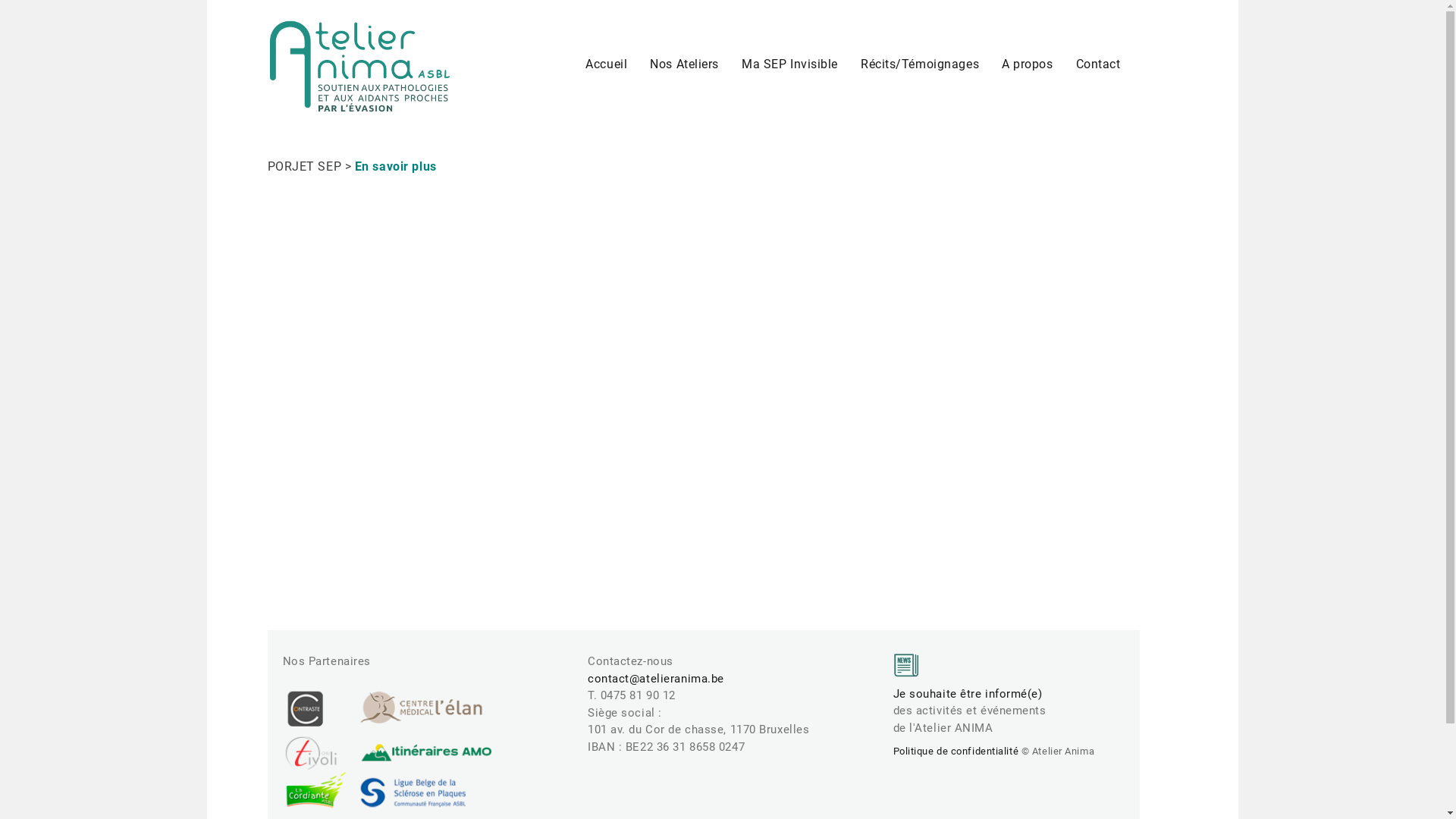  I want to click on 'Contact', so click(1098, 63).